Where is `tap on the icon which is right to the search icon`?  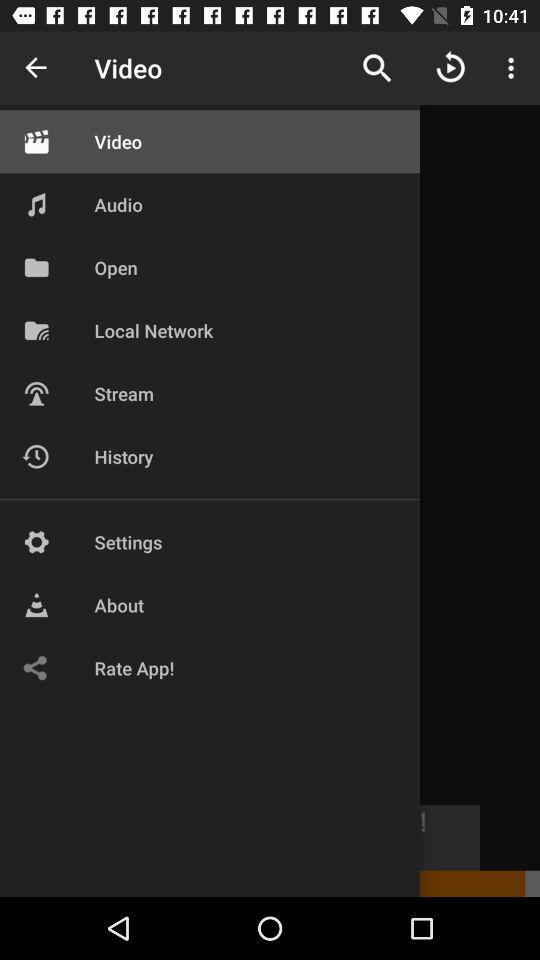
tap on the icon which is right to the search icon is located at coordinates (451, 68).